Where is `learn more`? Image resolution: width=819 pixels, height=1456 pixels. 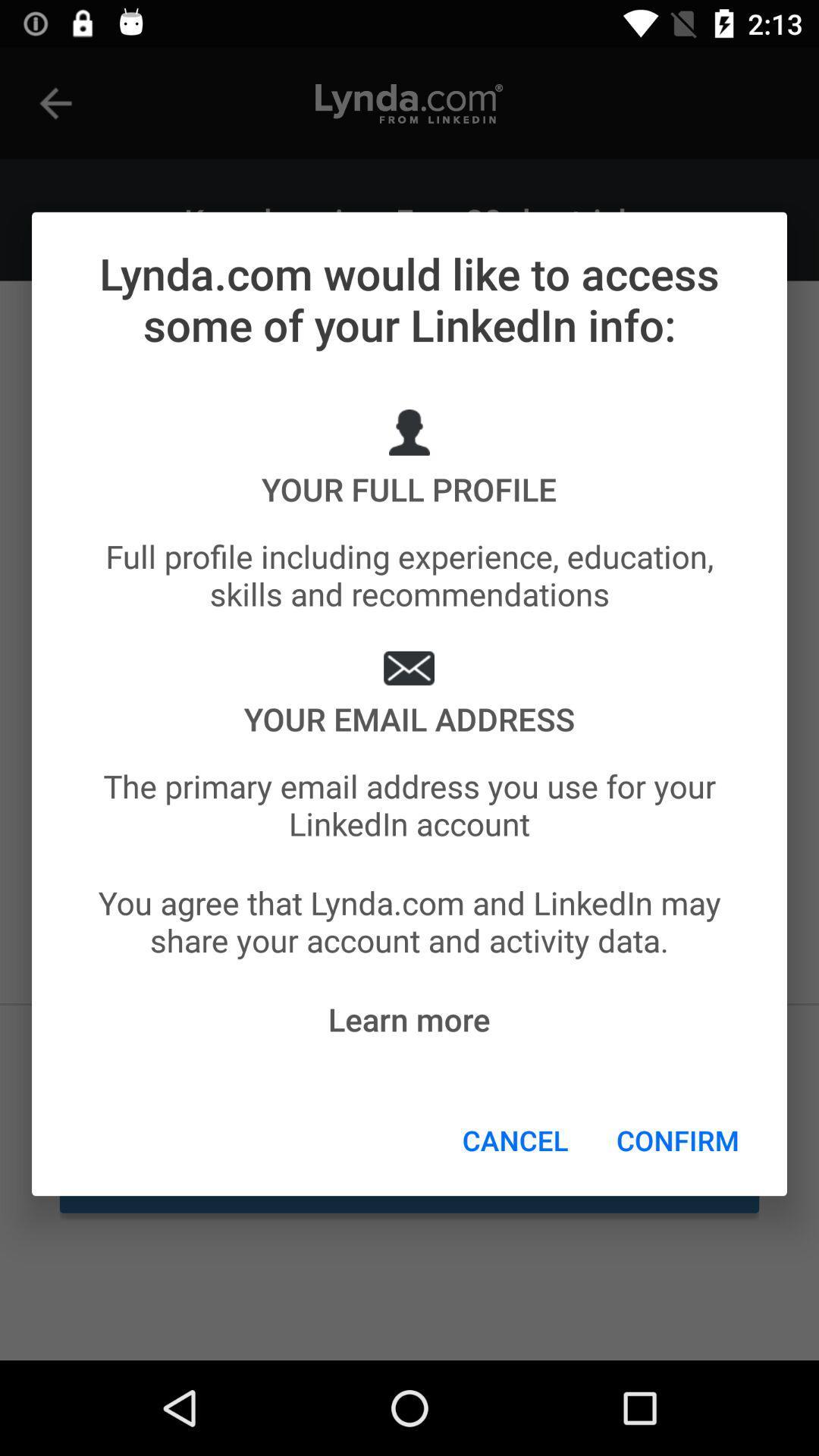 learn more is located at coordinates (408, 1019).